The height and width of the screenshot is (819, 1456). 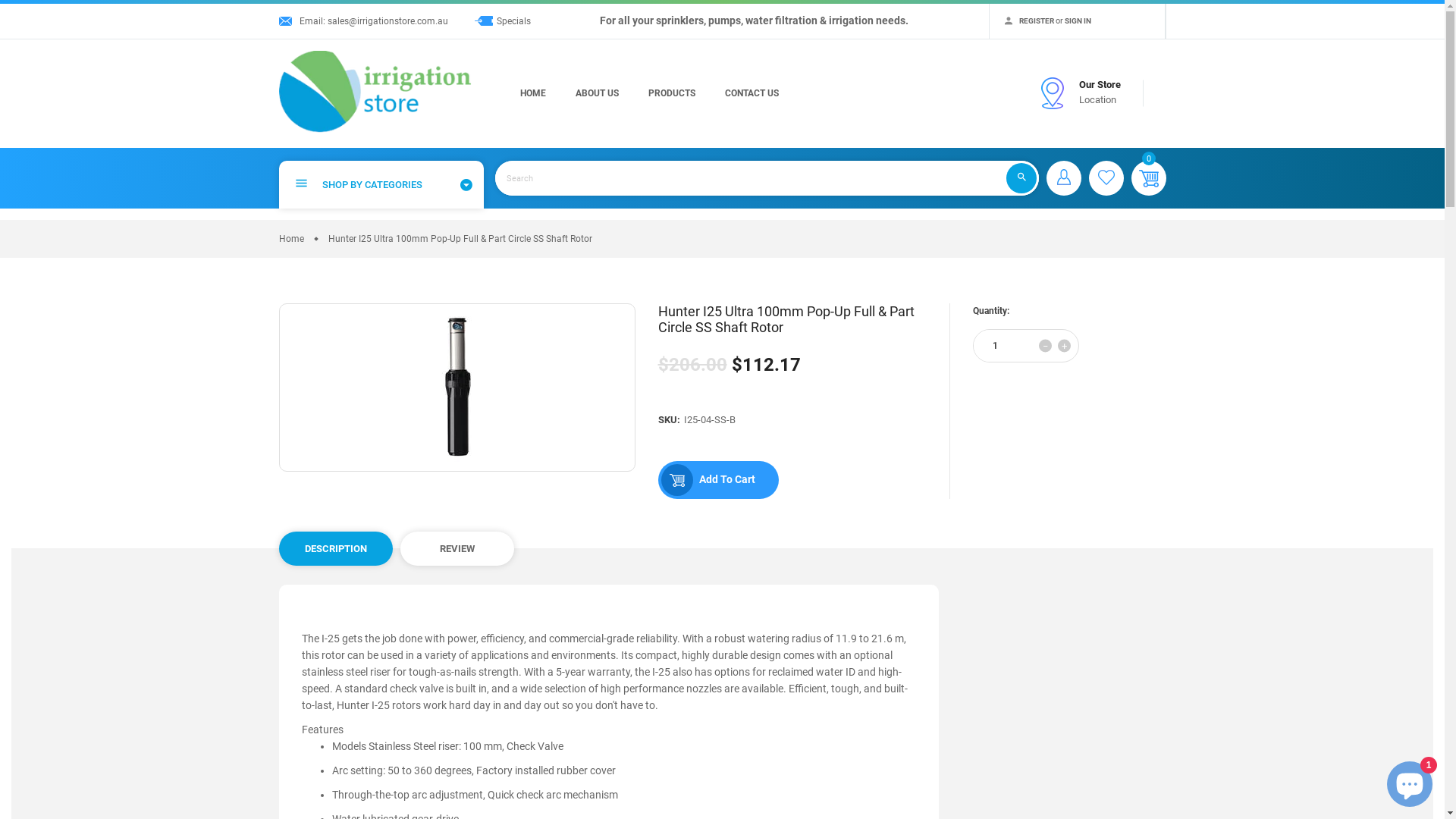 I want to click on 'REVIEW', so click(x=400, y=548).